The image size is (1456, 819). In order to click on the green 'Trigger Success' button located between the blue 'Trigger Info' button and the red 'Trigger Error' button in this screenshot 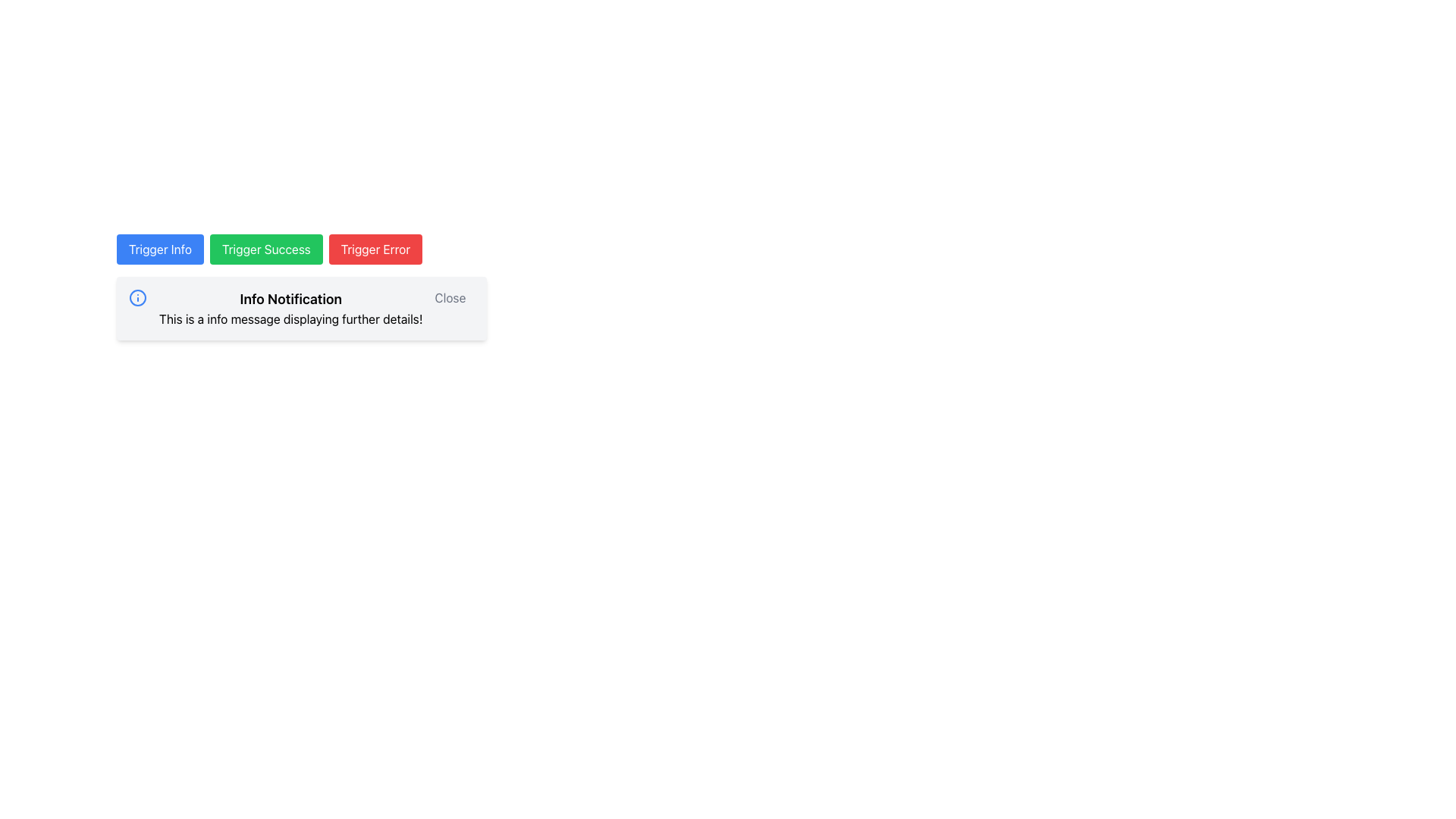, I will do `click(266, 248)`.